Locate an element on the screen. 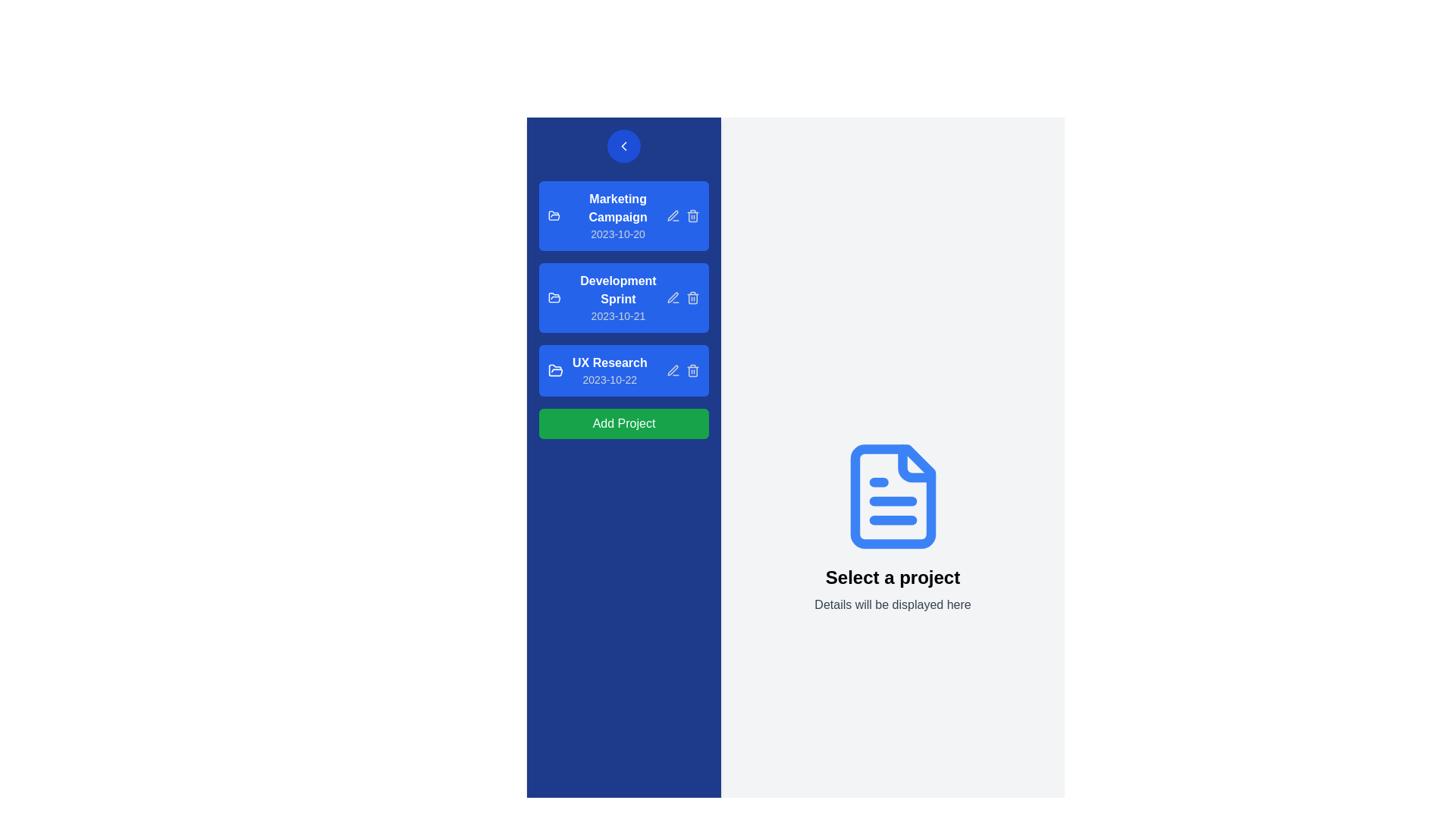 The image size is (1456, 819). the edit action button icon, which resembles a pen or pencil tip, located within the 'UX Research' card on the left section of the interface is located at coordinates (672, 370).